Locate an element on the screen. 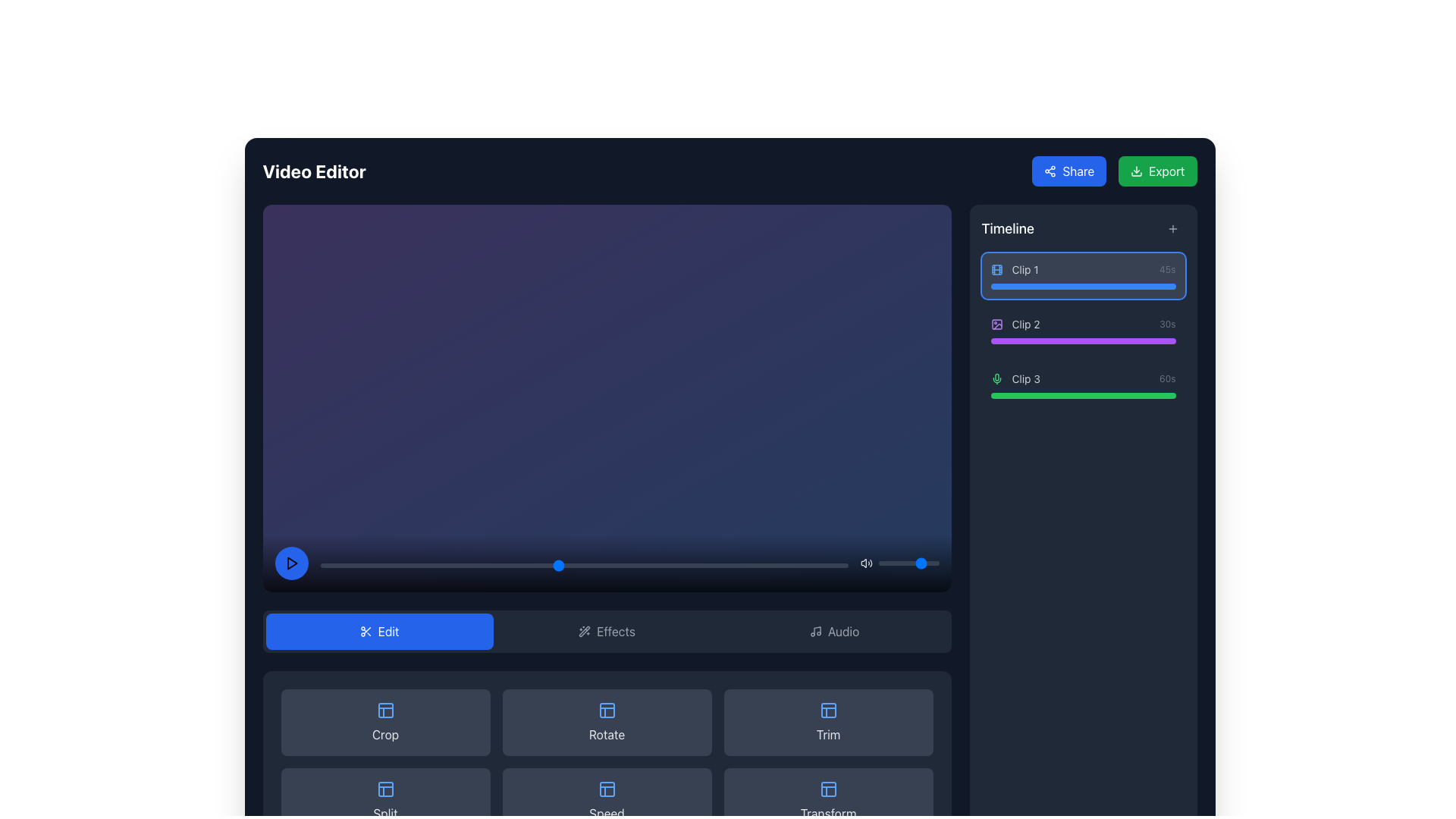 The image size is (1456, 819). the central rectangle representing 'Clip 1' in the video editor timeline, which is part of the SVG graphical representation is located at coordinates (996, 268).